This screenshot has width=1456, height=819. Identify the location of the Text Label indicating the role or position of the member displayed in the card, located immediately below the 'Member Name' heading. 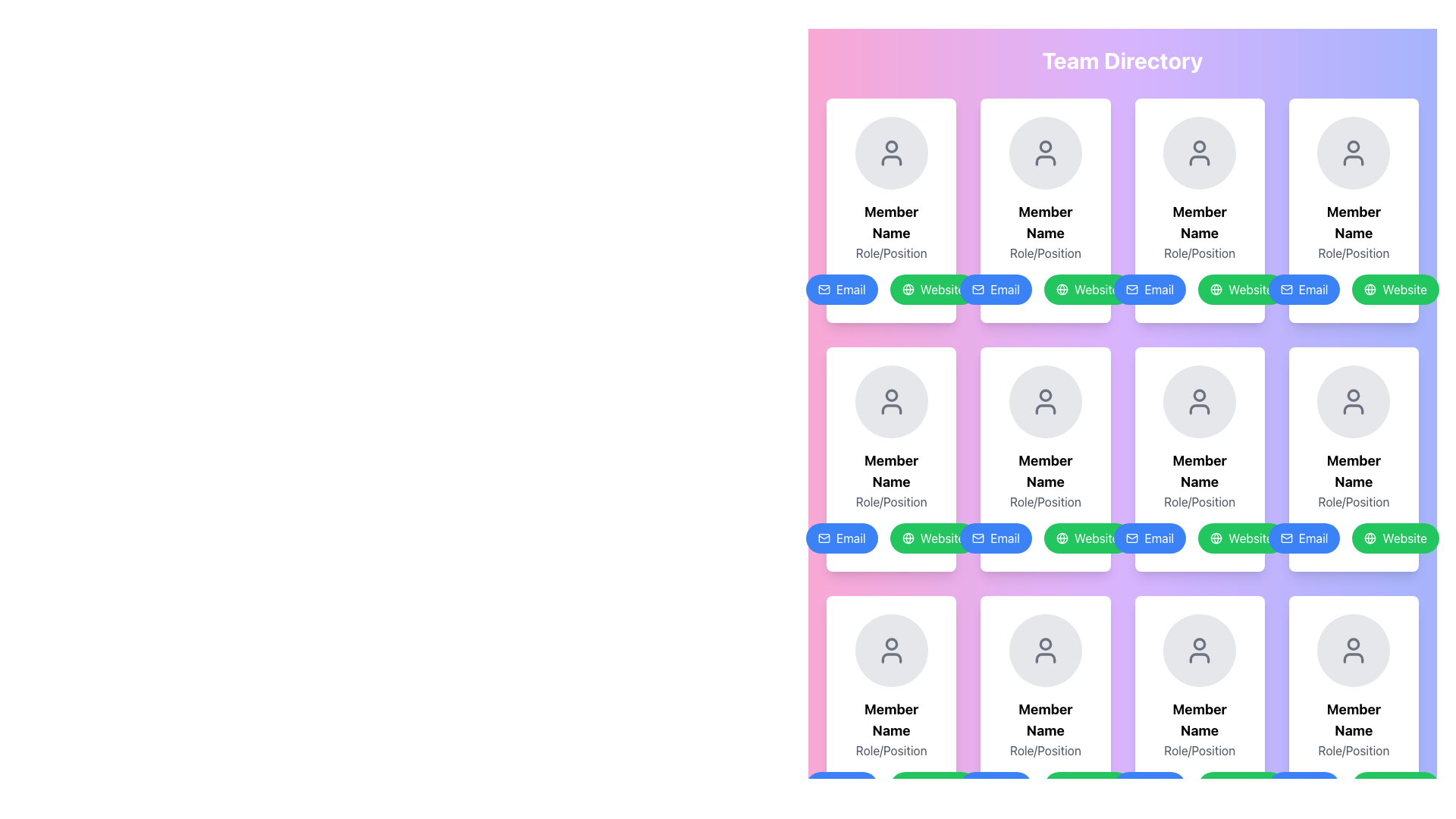
(891, 253).